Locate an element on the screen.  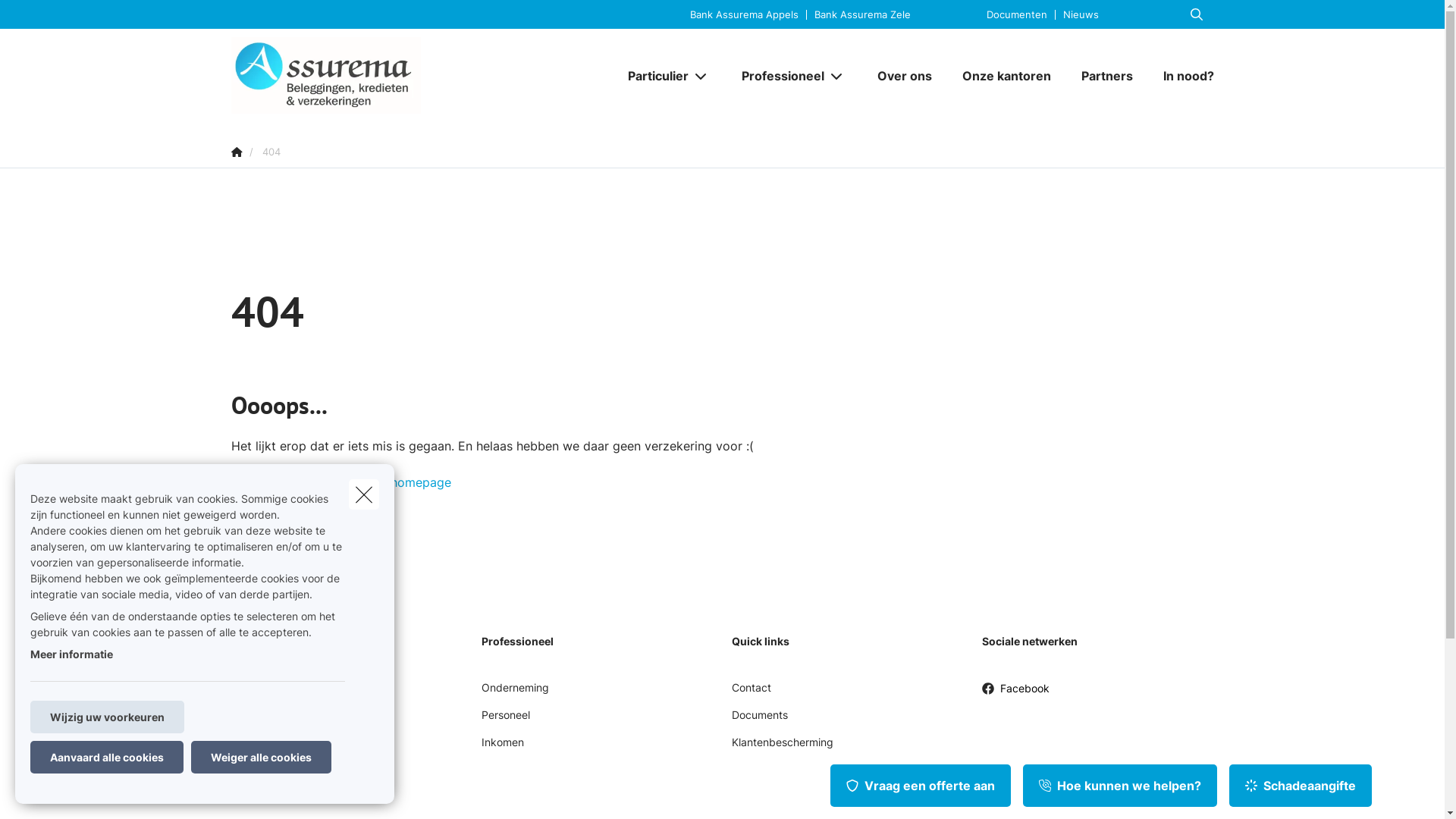
'Documents' is located at coordinates (759, 719).